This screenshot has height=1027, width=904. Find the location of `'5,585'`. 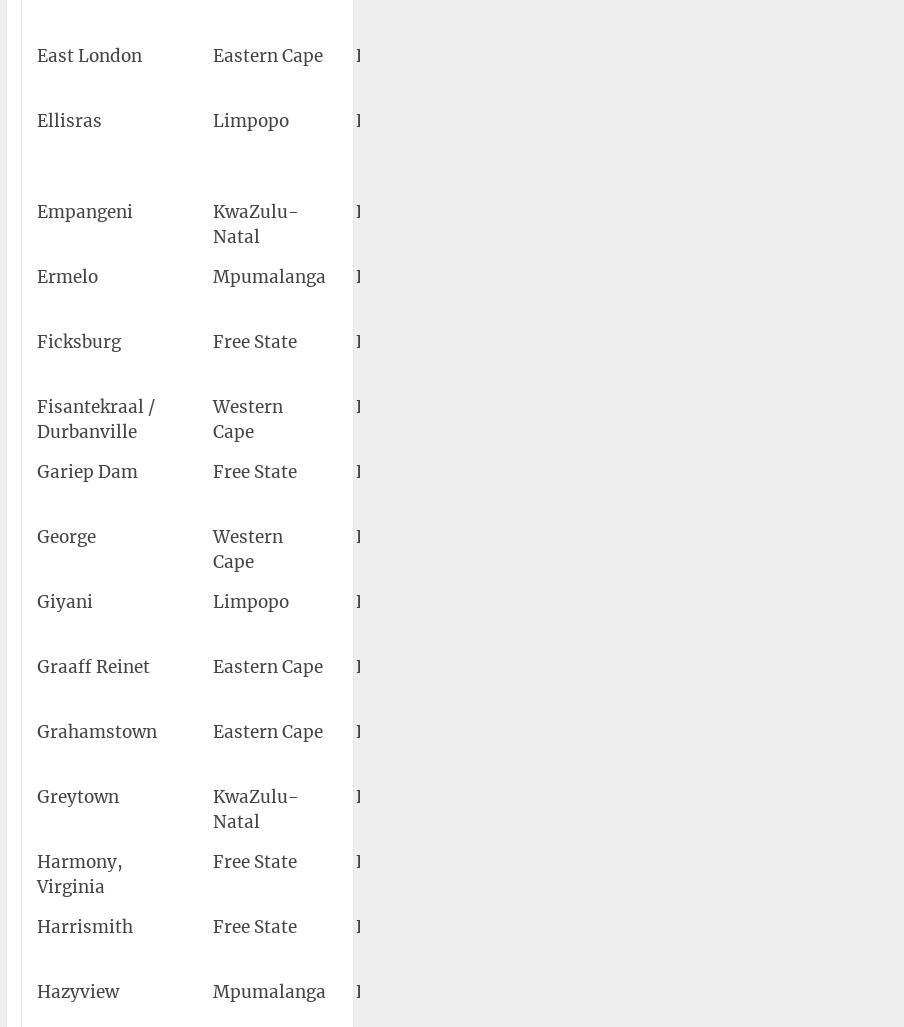

'5,585' is located at coordinates (861, 926).